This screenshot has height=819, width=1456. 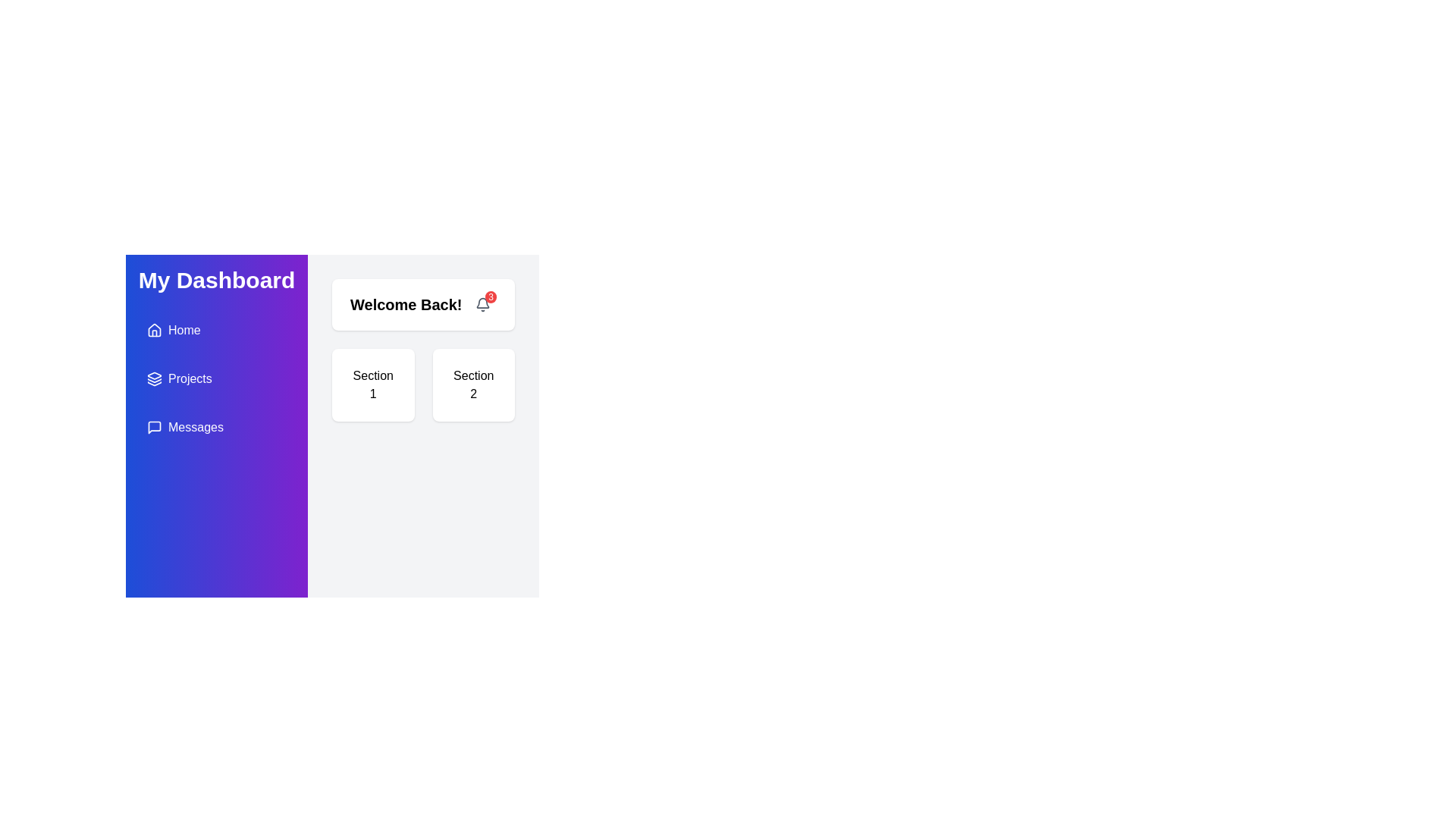 What do you see at coordinates (482, 303) in the screenshot?
I see `the notification bell icon located in the top-right corner of the 'Welcome Back!' card` at bounding box center [482, 303].